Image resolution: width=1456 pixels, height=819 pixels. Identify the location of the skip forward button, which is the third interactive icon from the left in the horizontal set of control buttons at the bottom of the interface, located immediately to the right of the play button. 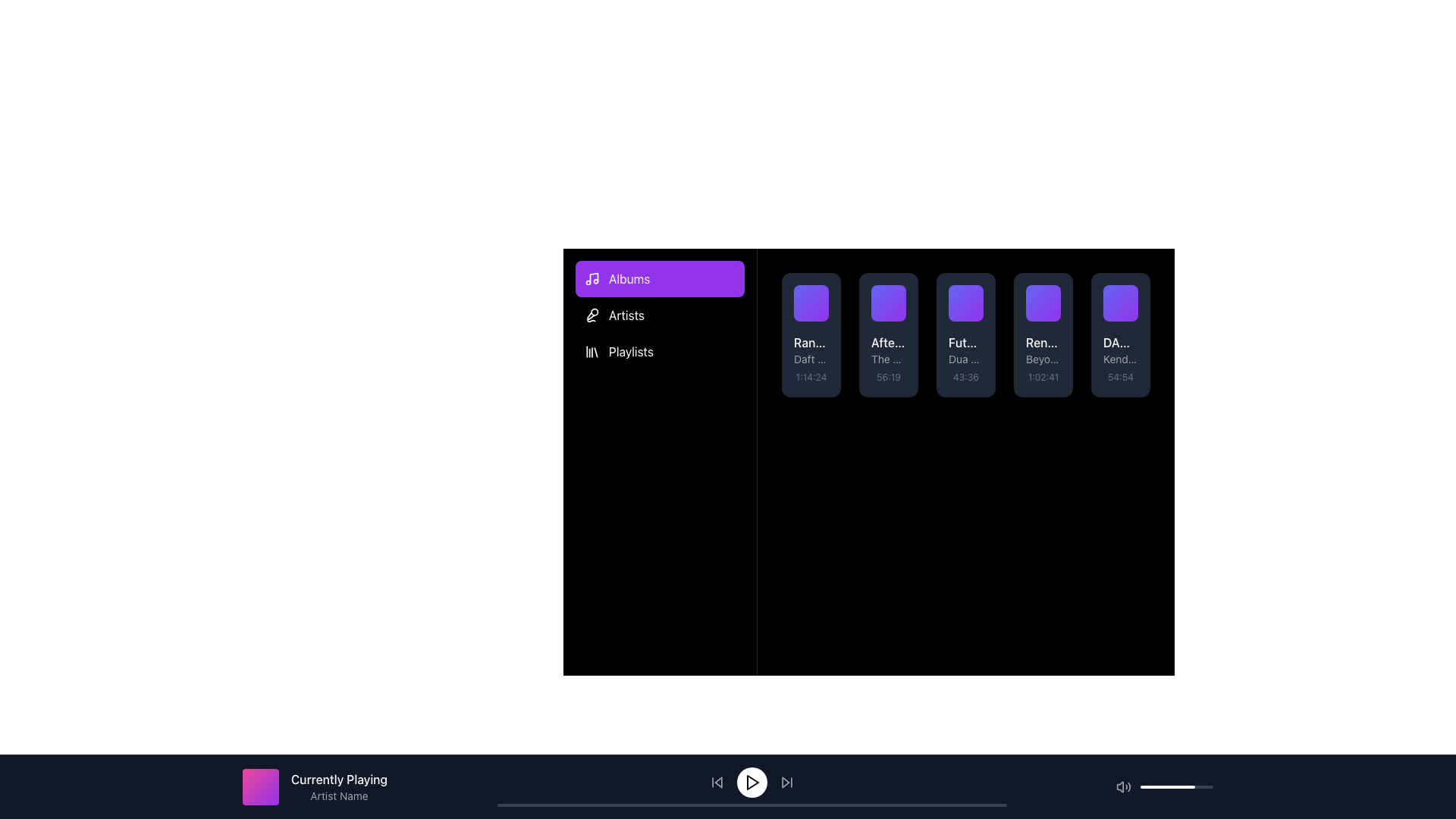
(786, 783).